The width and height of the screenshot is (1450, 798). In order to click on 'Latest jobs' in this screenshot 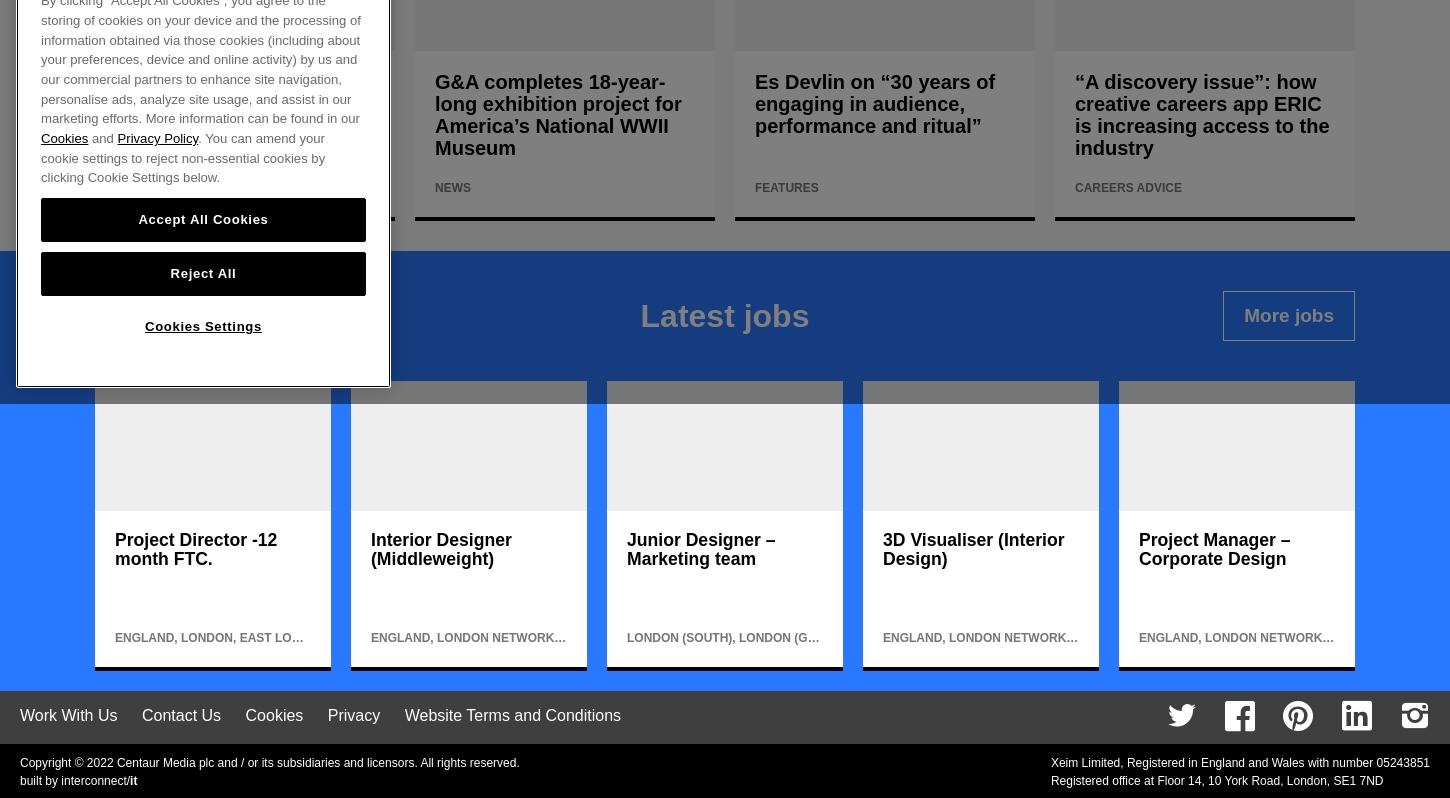, I will do `click(723, 314)`.